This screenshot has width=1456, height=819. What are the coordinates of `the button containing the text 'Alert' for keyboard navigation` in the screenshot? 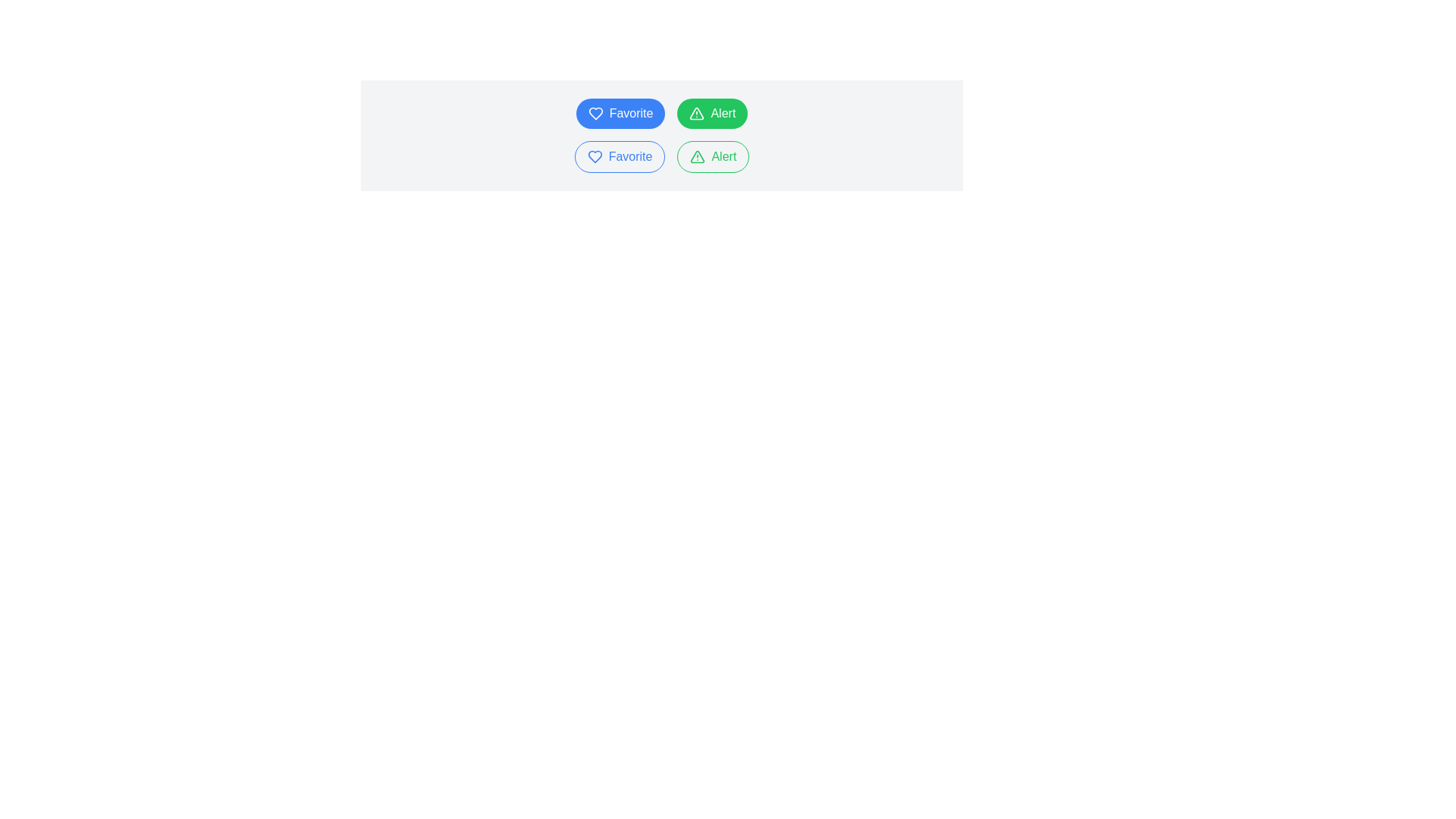 It's located at (723, 157).